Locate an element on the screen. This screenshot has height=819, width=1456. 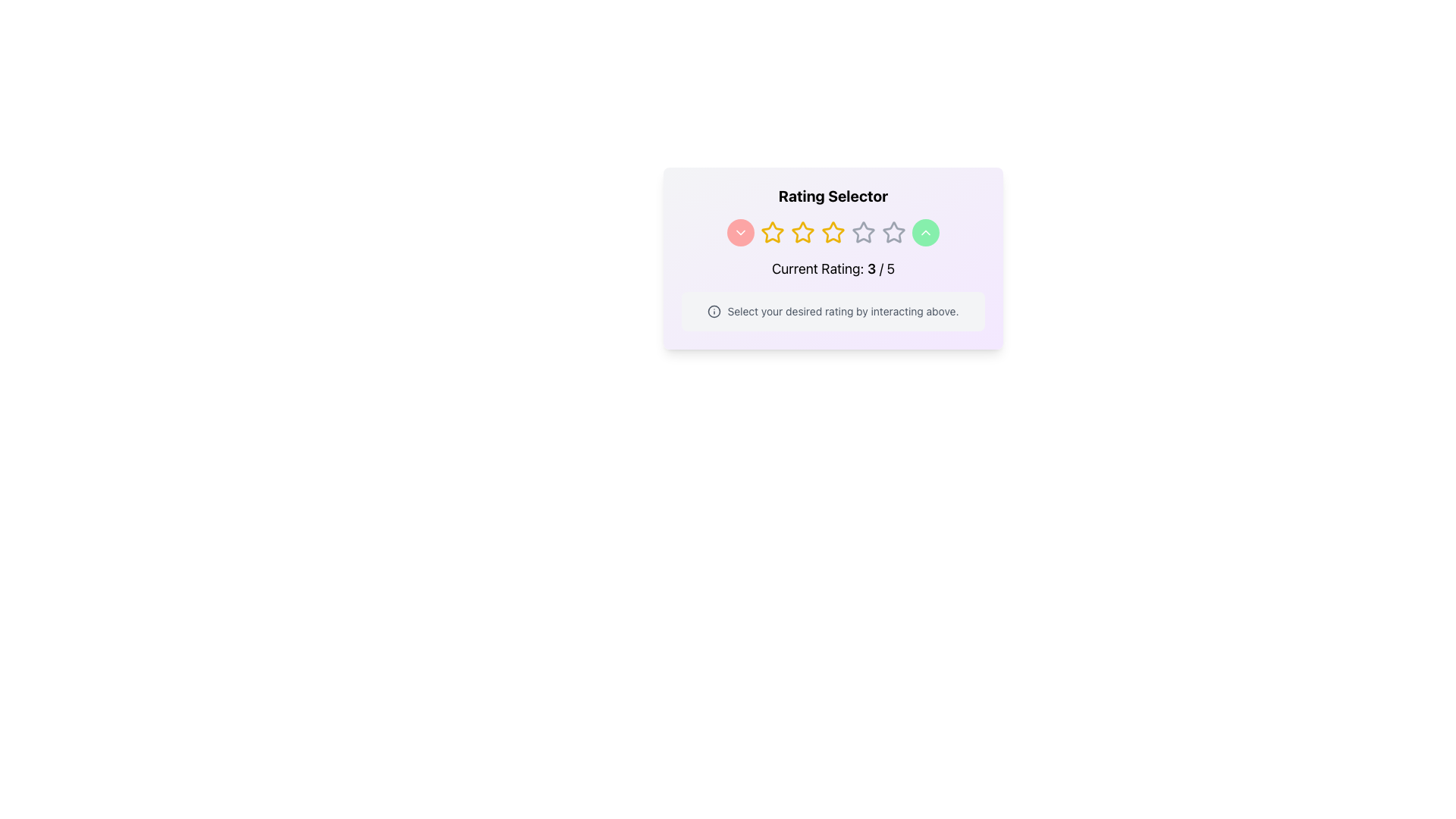
the instructional Text Block with Icon located below the star rating and 'Current Rating: 3 / 5' text in the 'Rating Selector' card is located at coordinates (833, 311).